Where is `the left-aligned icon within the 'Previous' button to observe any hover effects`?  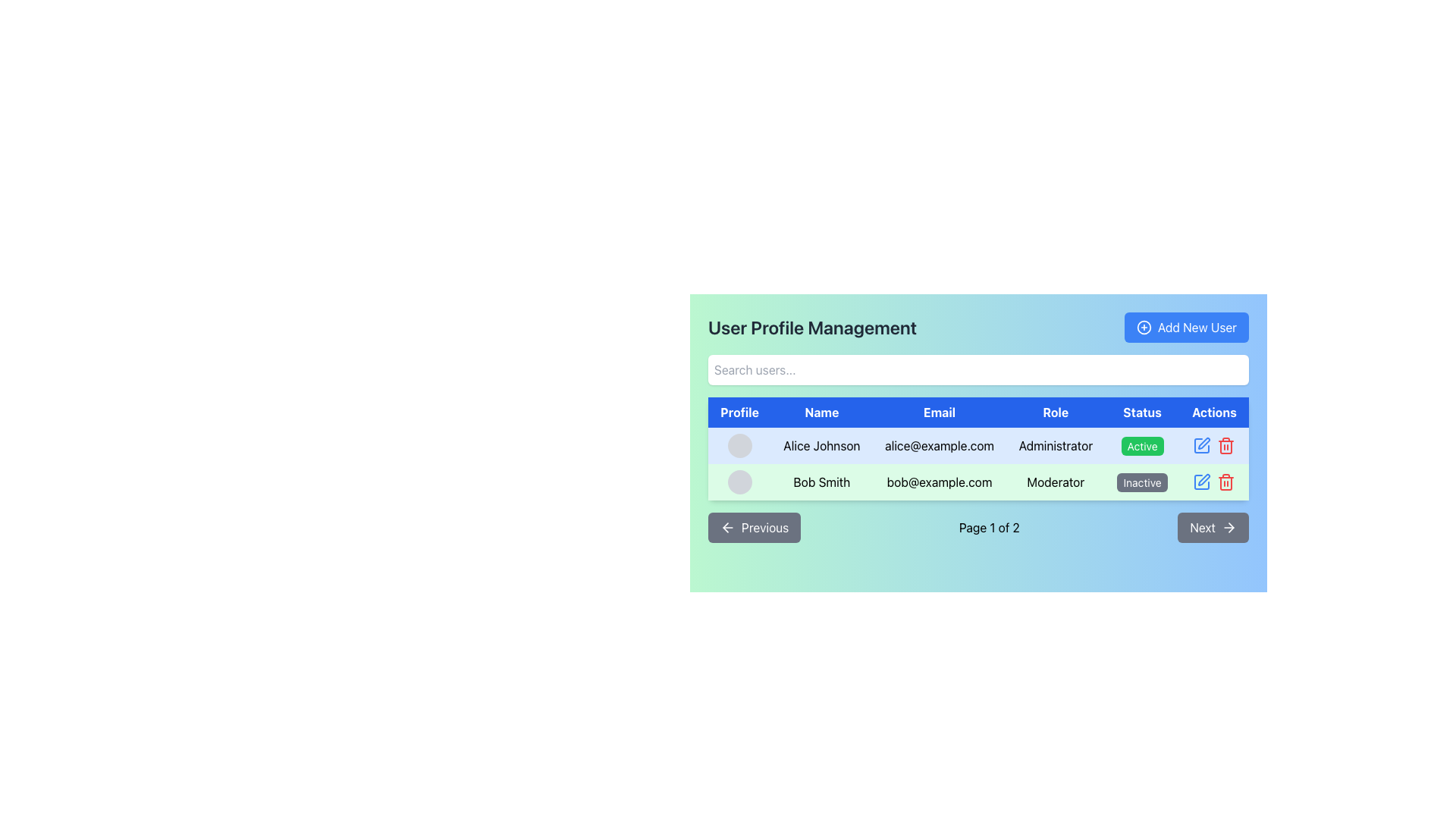
the left-aligned icon within the 'Previous' button to observe any hover effects is located at coordinates (728, 526).